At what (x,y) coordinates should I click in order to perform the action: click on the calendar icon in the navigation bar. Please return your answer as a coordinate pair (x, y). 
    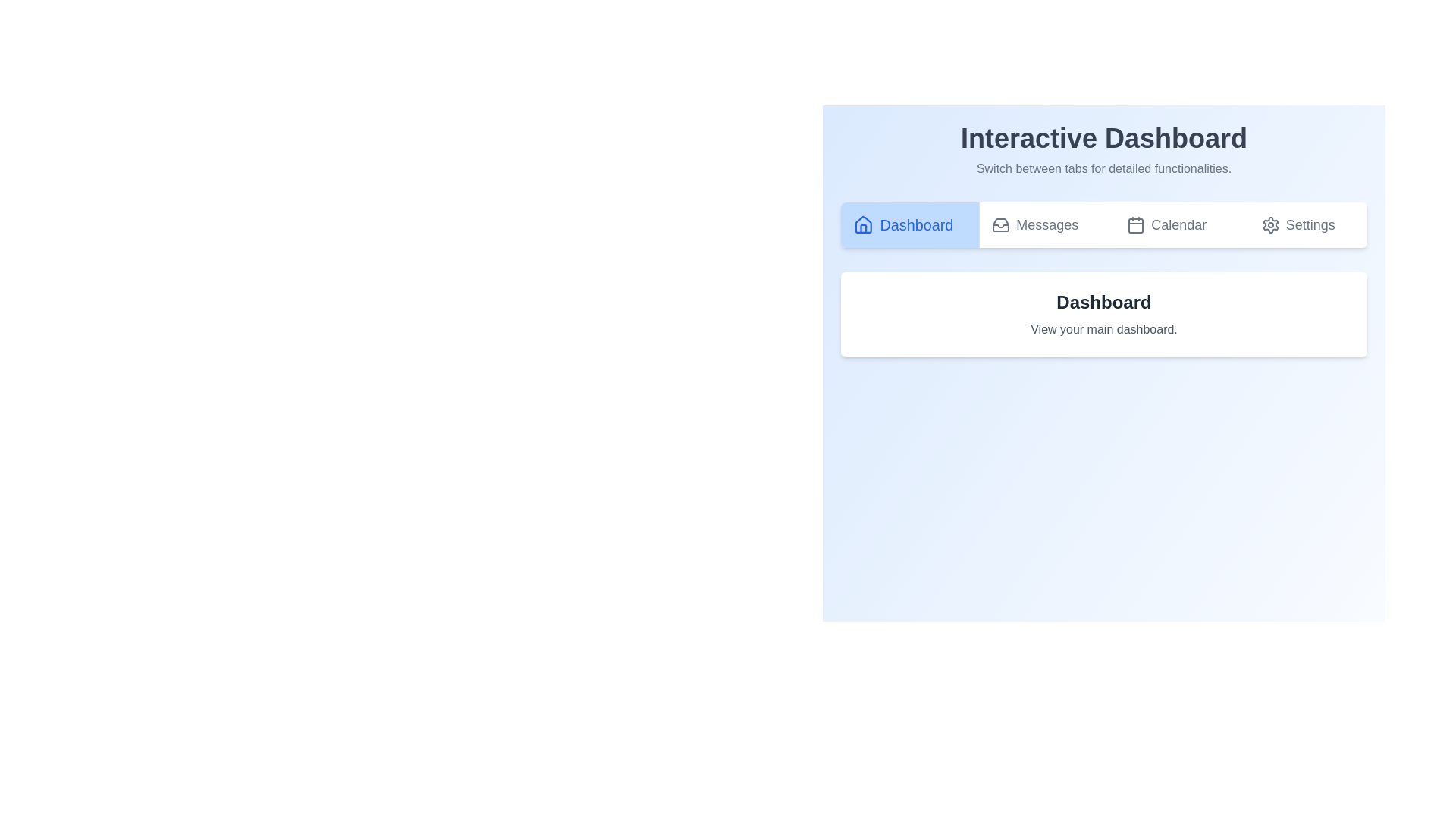
    Looking at the image, I should click on (1135, 225).